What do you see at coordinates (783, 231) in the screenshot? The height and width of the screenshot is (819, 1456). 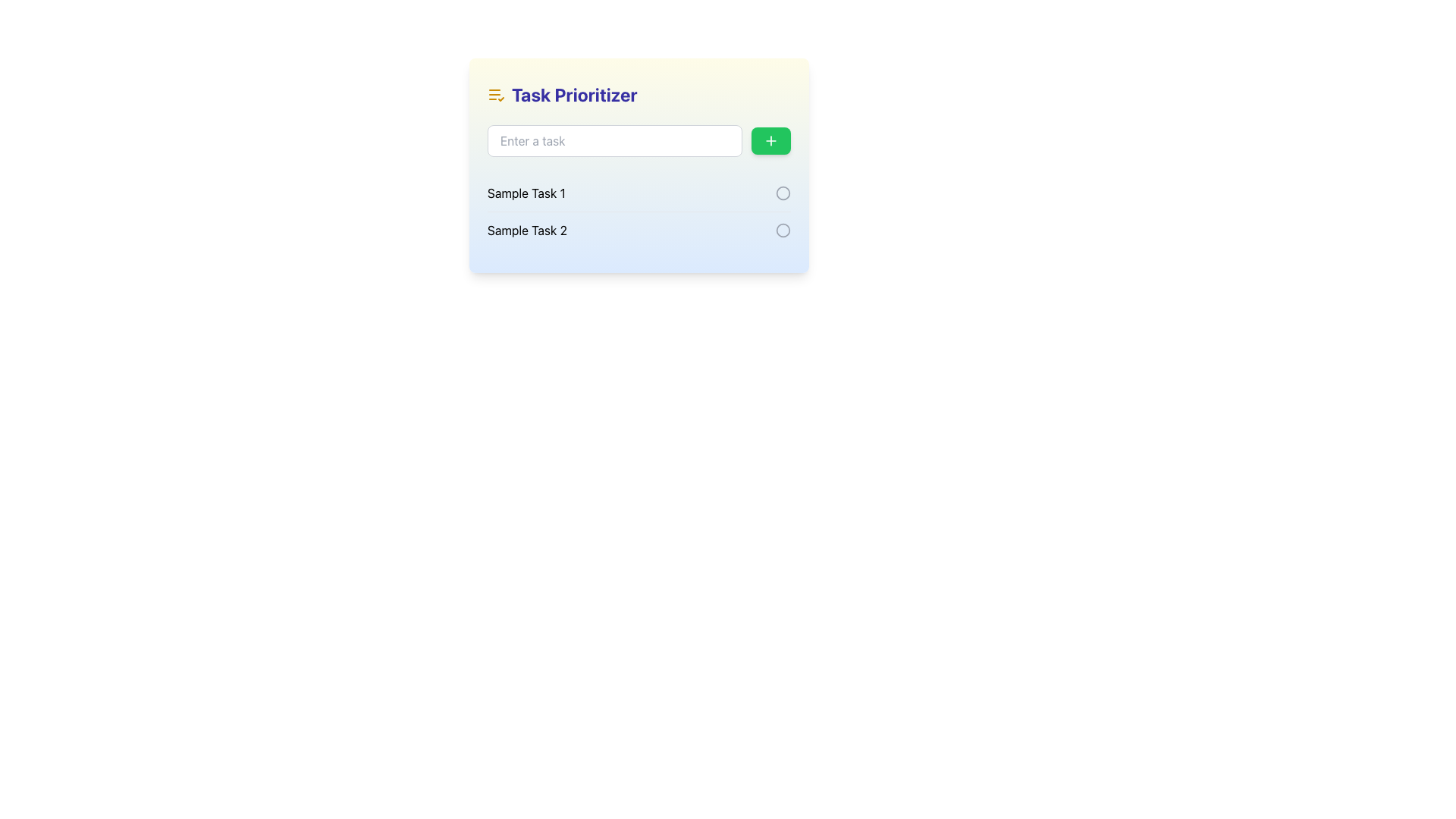 I see `the interactive circular icon styled as a button or toggle, which is the second interaction element after 'Sample Task 2'` at bounding box center [783, 231].